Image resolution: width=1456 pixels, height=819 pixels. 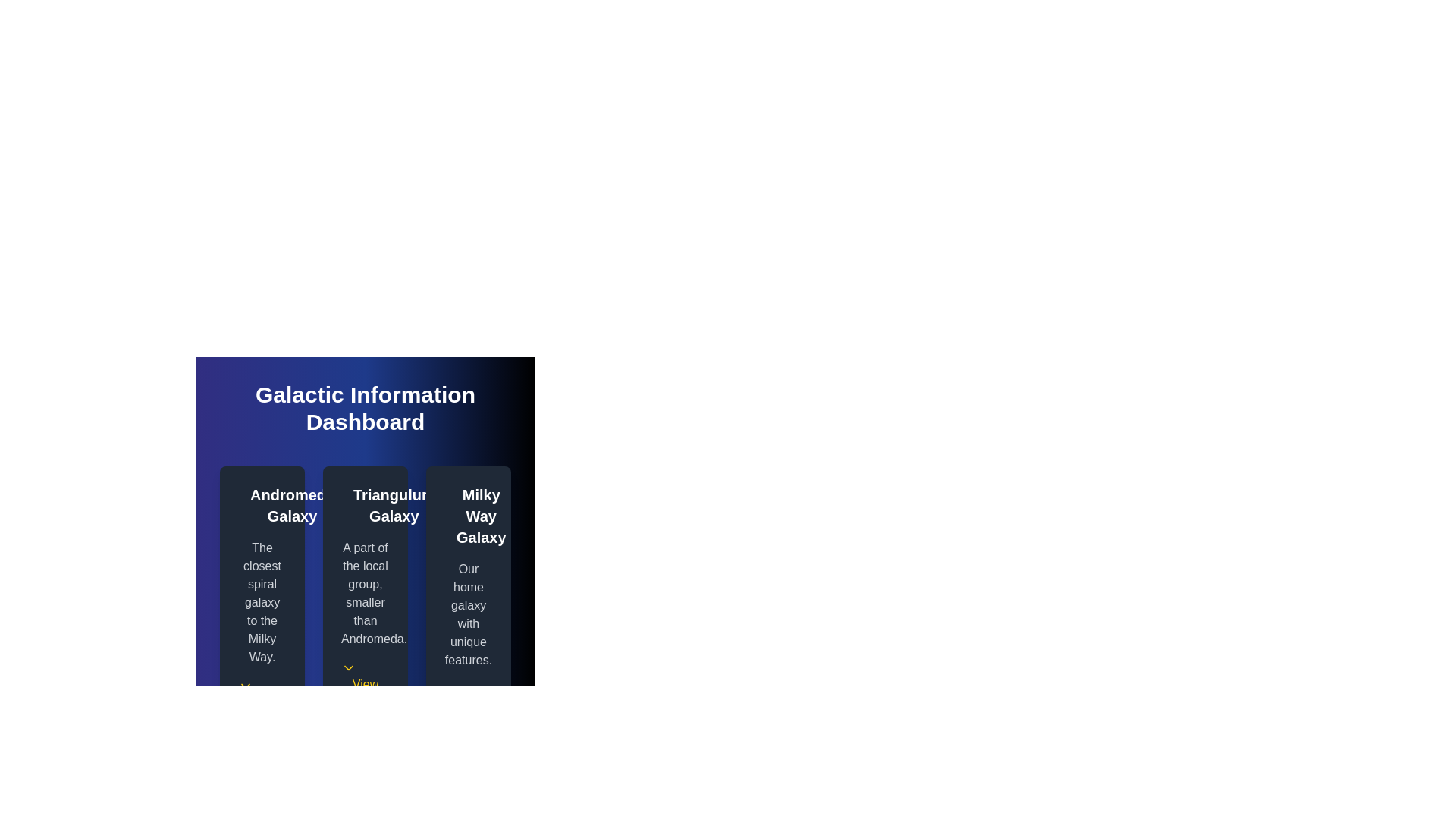 What do you see at coordinates (349, 503) in the screenshot?
I see `the curving line forming a symmetrical pattern inside the yellow globe icon located in the 'Triangulum Galaxy' panel` at bounding box center [349, 503].